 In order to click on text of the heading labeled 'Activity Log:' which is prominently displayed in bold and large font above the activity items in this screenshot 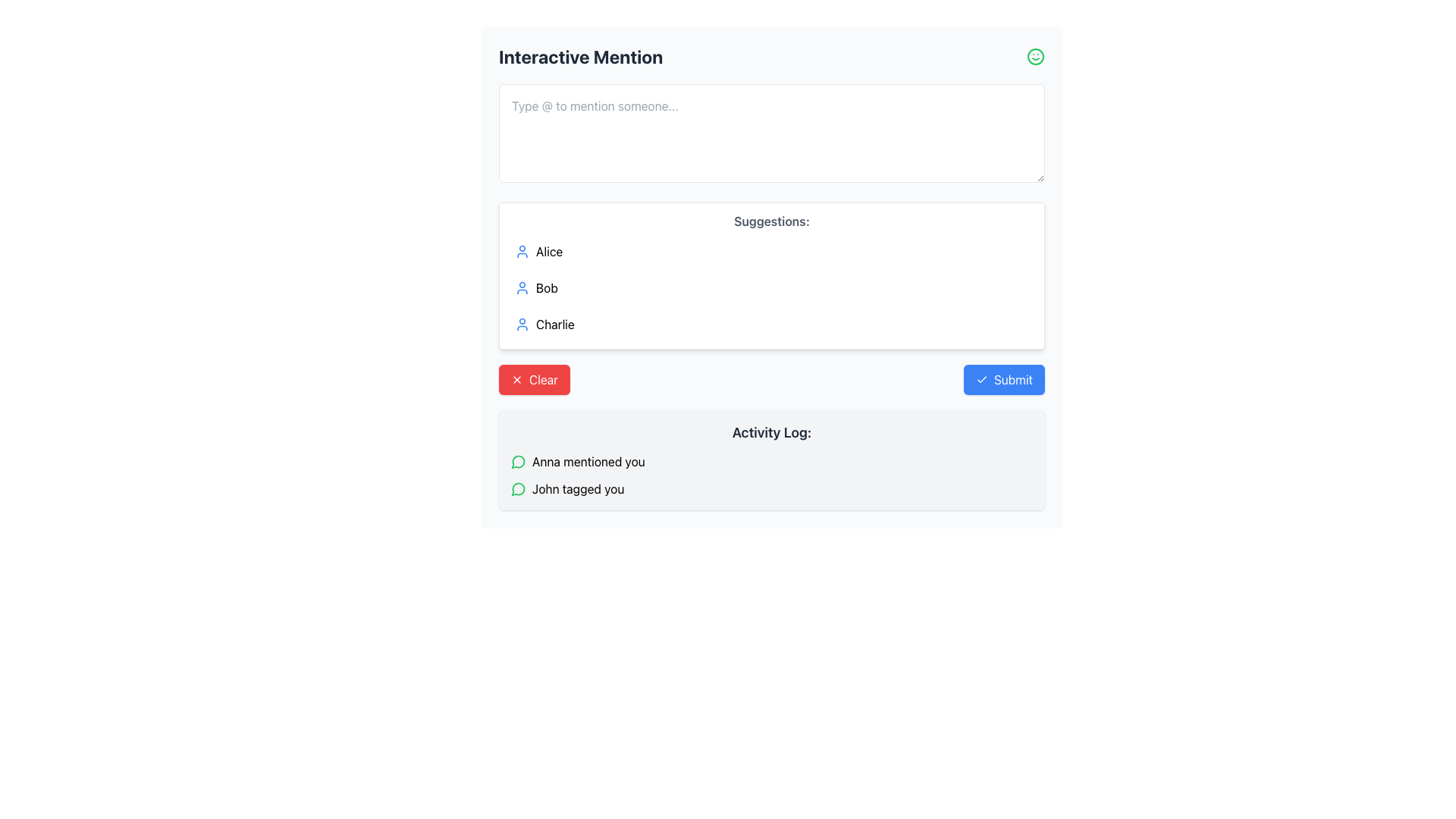, I will do `click(771, 432)`.